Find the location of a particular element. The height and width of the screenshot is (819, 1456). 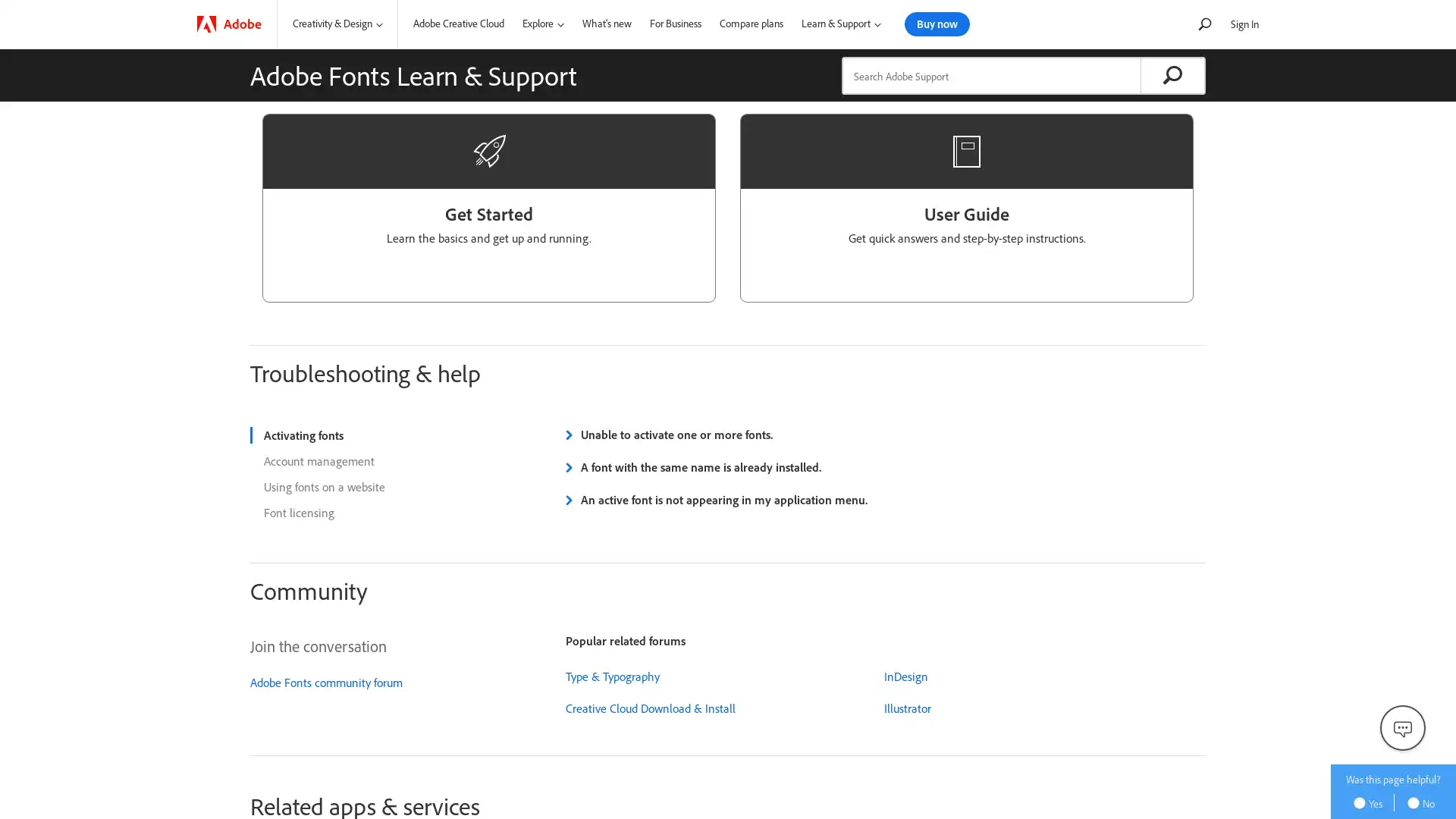

Font licensing is located at coordinates (378, 512).